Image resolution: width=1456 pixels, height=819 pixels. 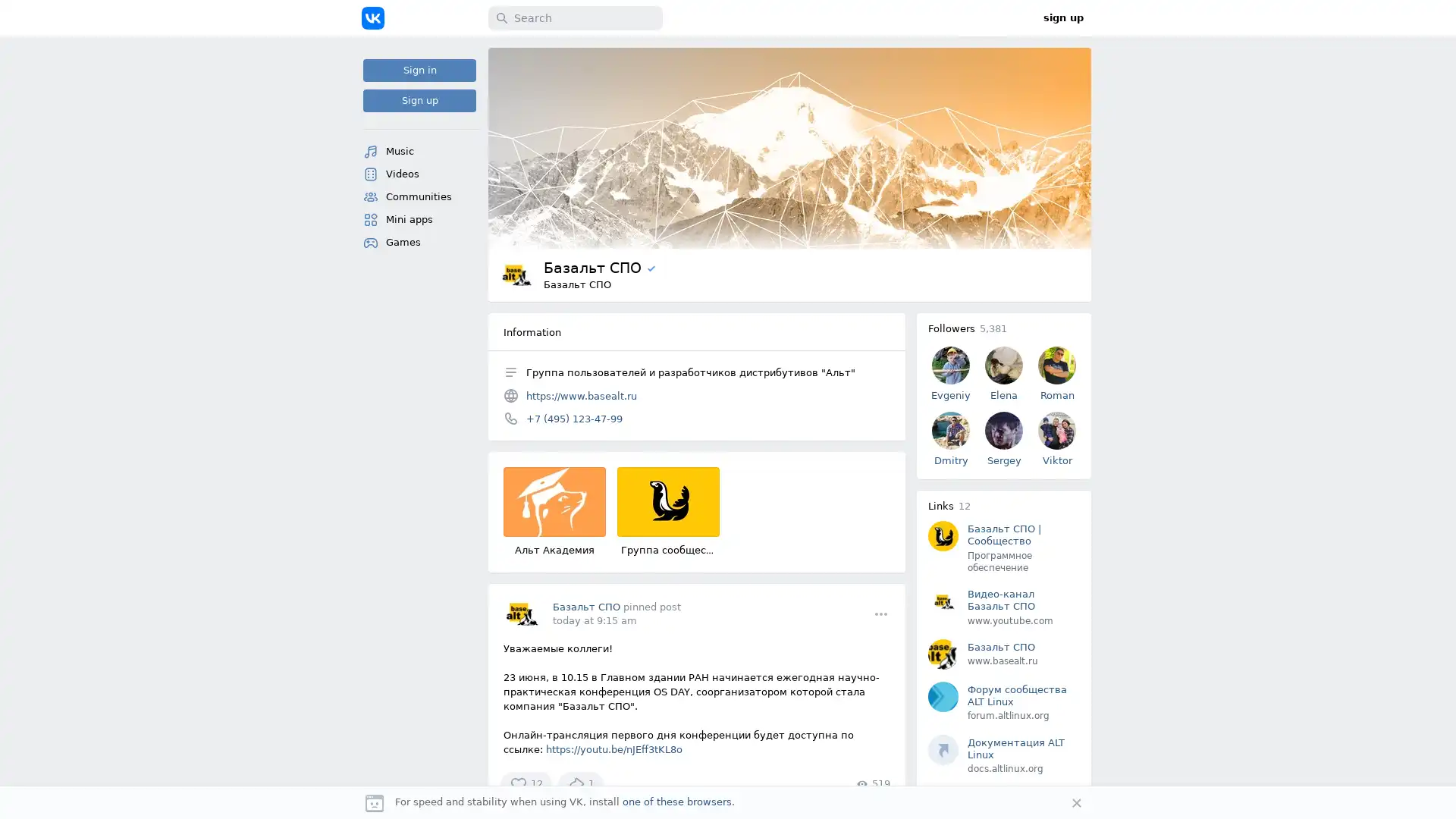 I want to click on Sign up, so click(x=419, y=100).